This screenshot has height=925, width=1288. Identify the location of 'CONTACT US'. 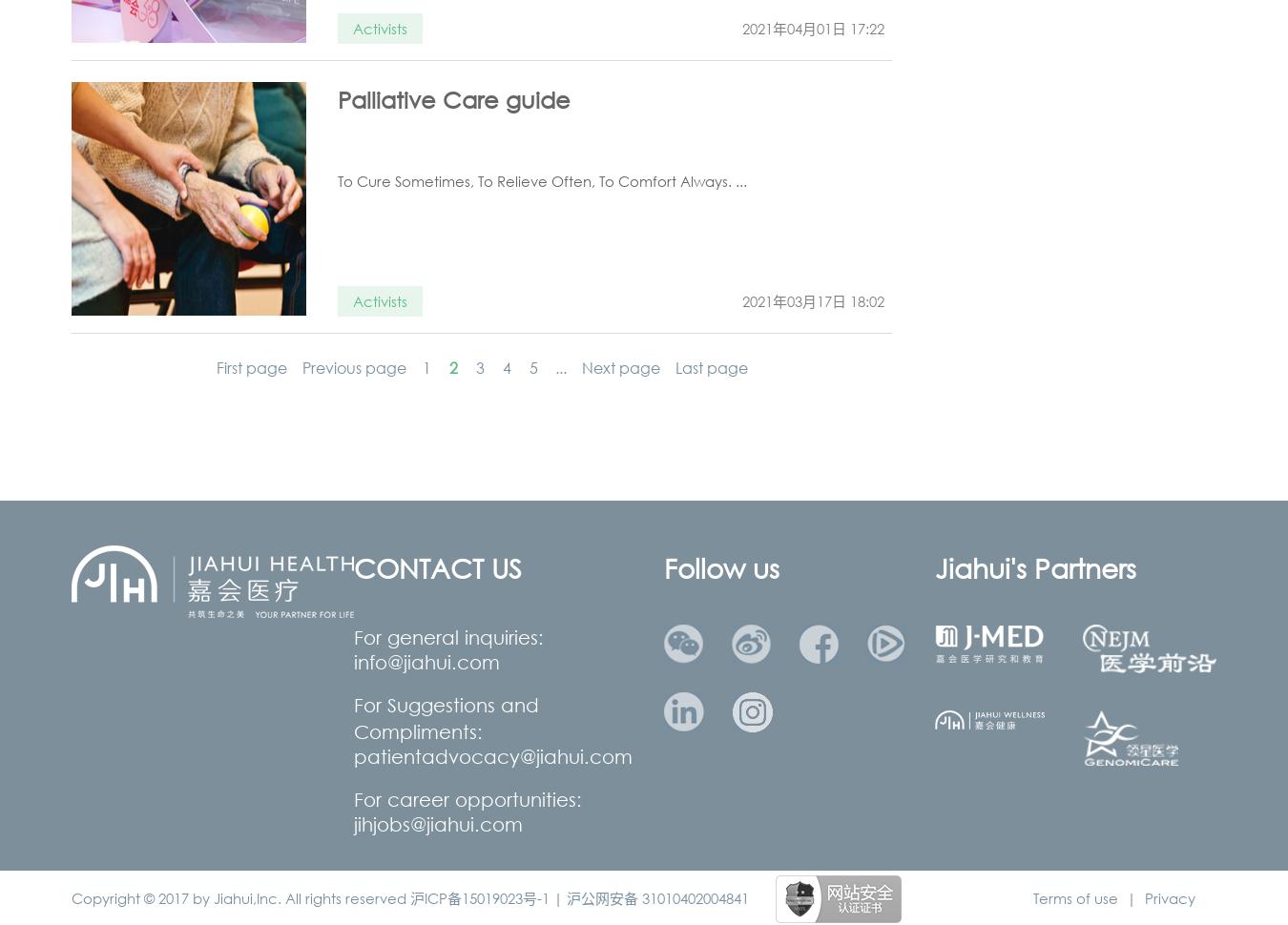
(437, 566).